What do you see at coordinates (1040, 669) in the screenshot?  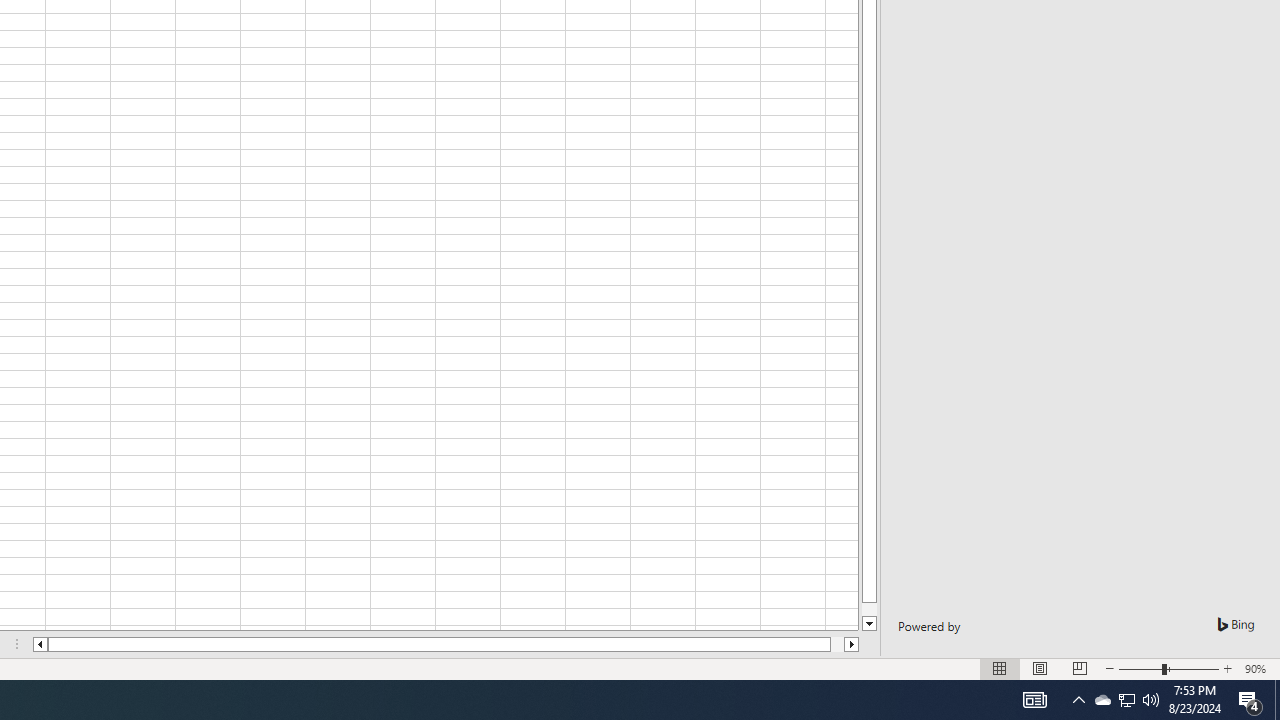 I see `'Page Layout'` at bounding box center [1040, 669].